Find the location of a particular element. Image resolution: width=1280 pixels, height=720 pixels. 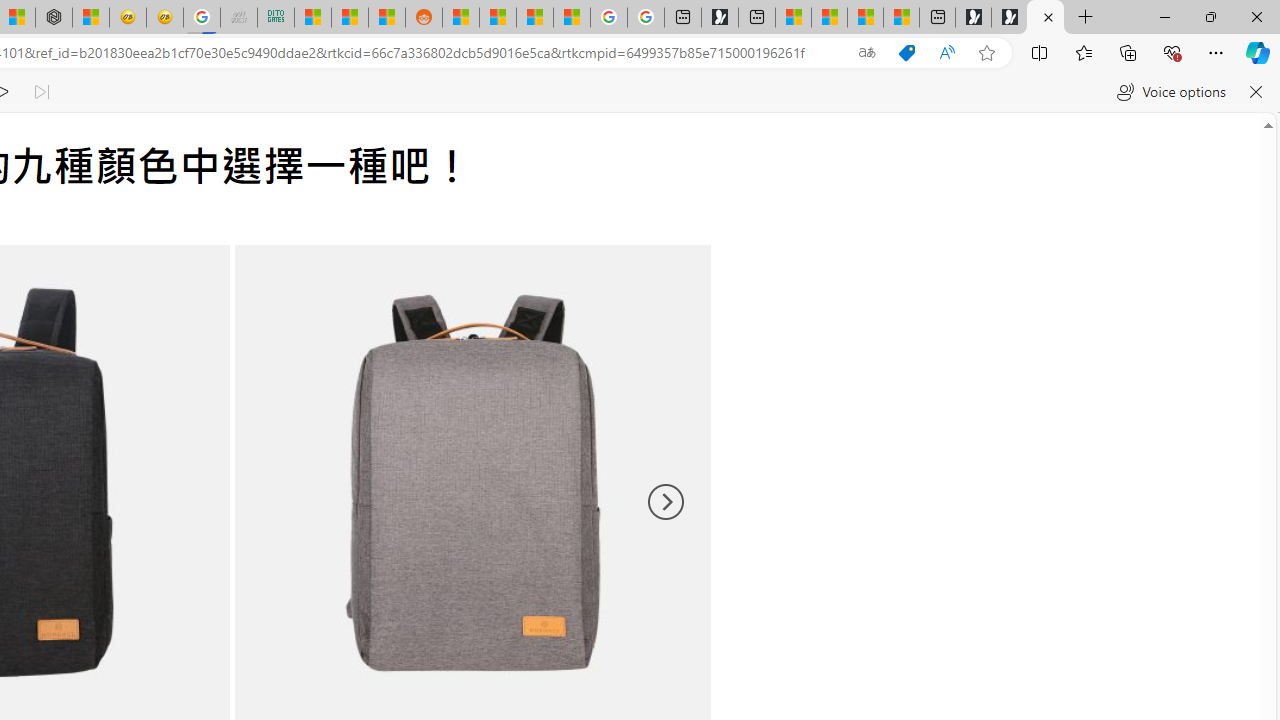

'Next' is located at coordinates (664, 500).